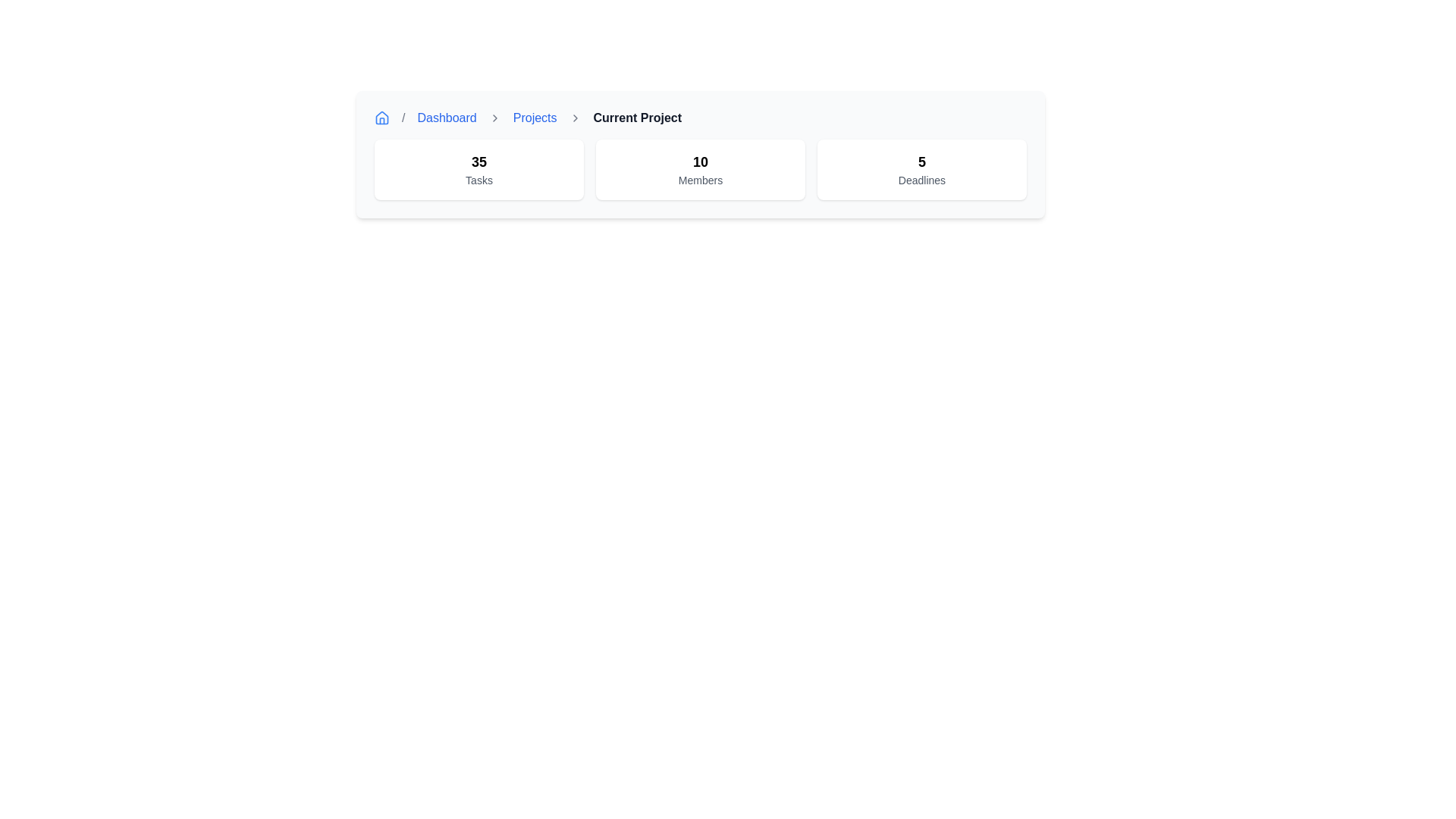 This screenshot has height=819, width=1456. What do you see at coordinates (574, 117) in the screenshot?
I see `the small right-facing gray chevron icon located immediately after the 'Projects' link in the breadcrumb navigation` at bounding box center [574, 117].